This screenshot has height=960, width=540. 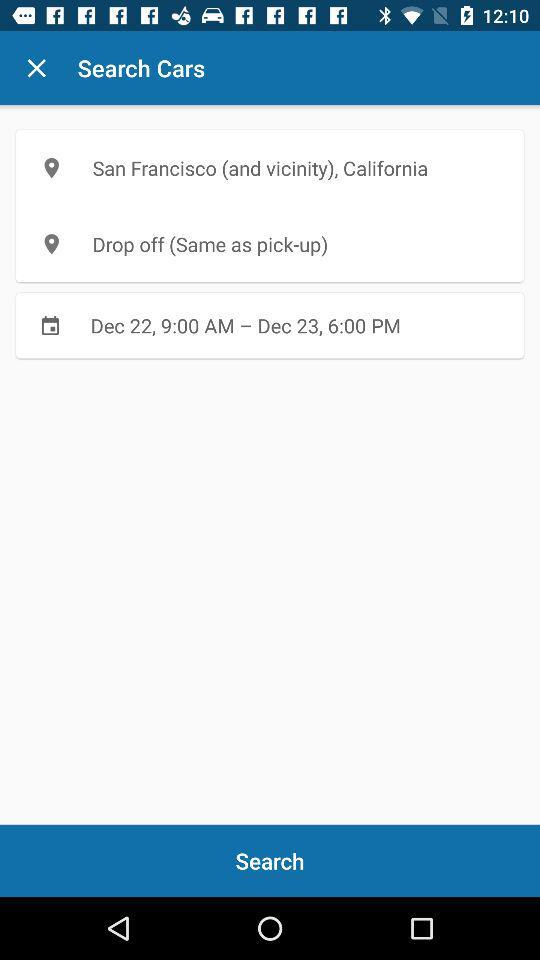 I want to click on icon above the drop off same, so click(x=270, y=167).